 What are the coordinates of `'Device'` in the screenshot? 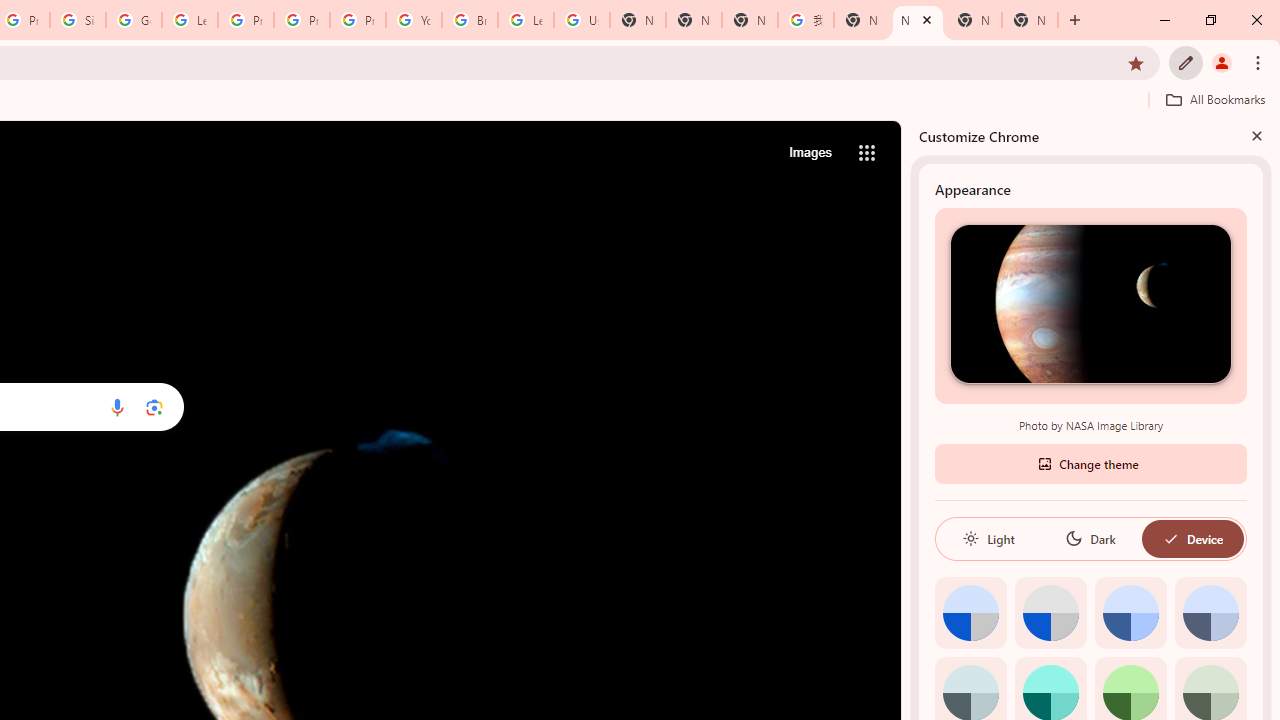 It's located at (1192, 537).